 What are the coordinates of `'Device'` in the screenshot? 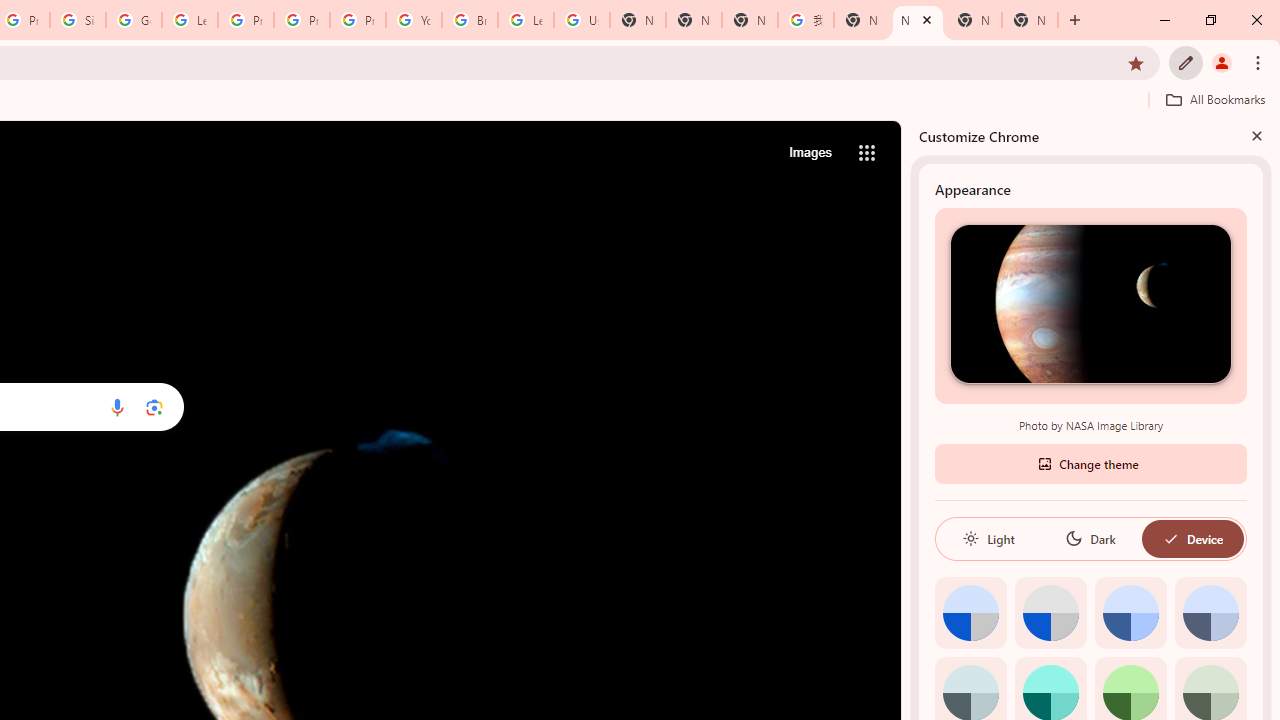 It's located at (1192, 537).